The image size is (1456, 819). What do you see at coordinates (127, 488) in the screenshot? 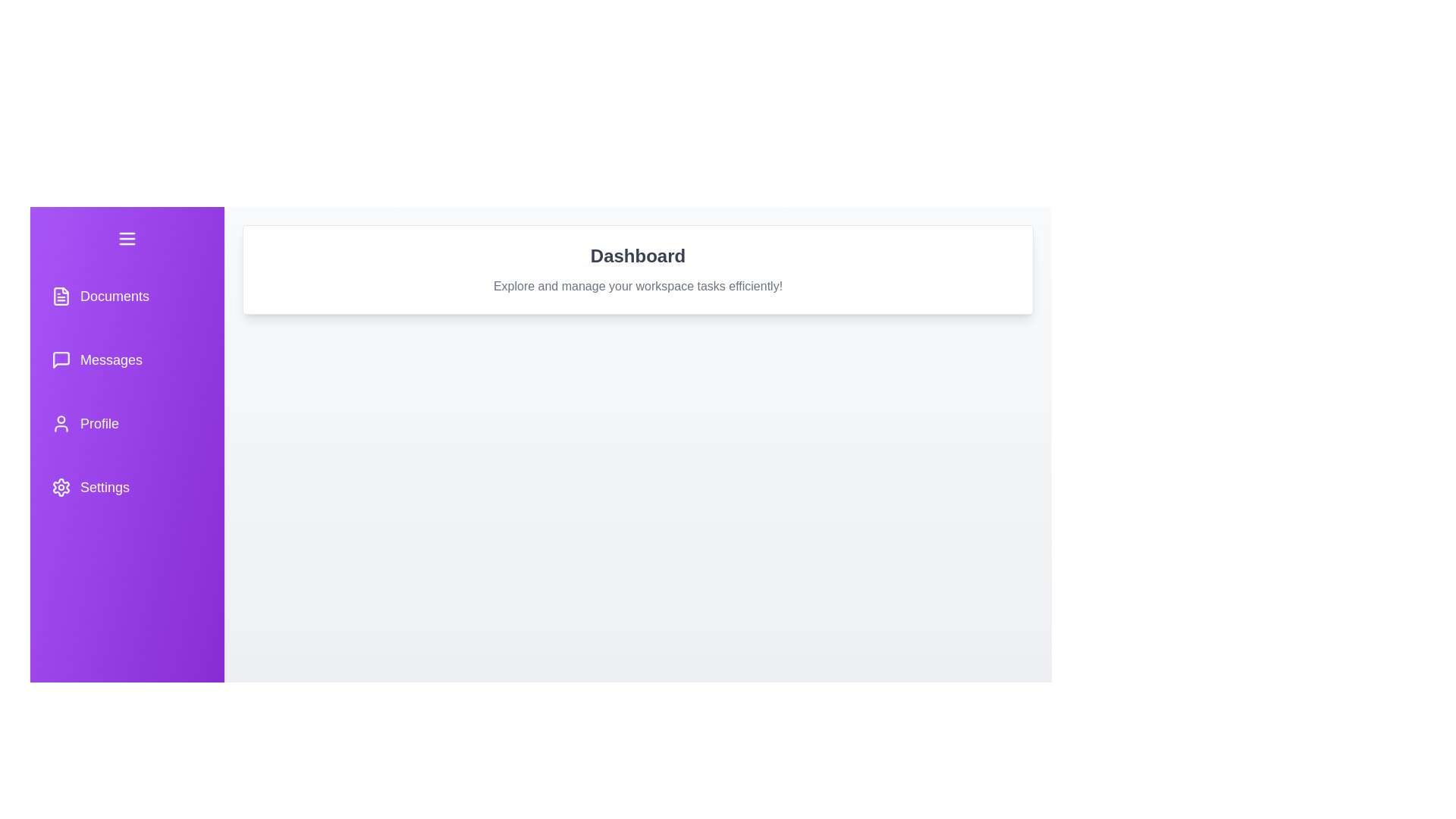
I see `the navigation button for Settings` at bounding box center [127, 488].